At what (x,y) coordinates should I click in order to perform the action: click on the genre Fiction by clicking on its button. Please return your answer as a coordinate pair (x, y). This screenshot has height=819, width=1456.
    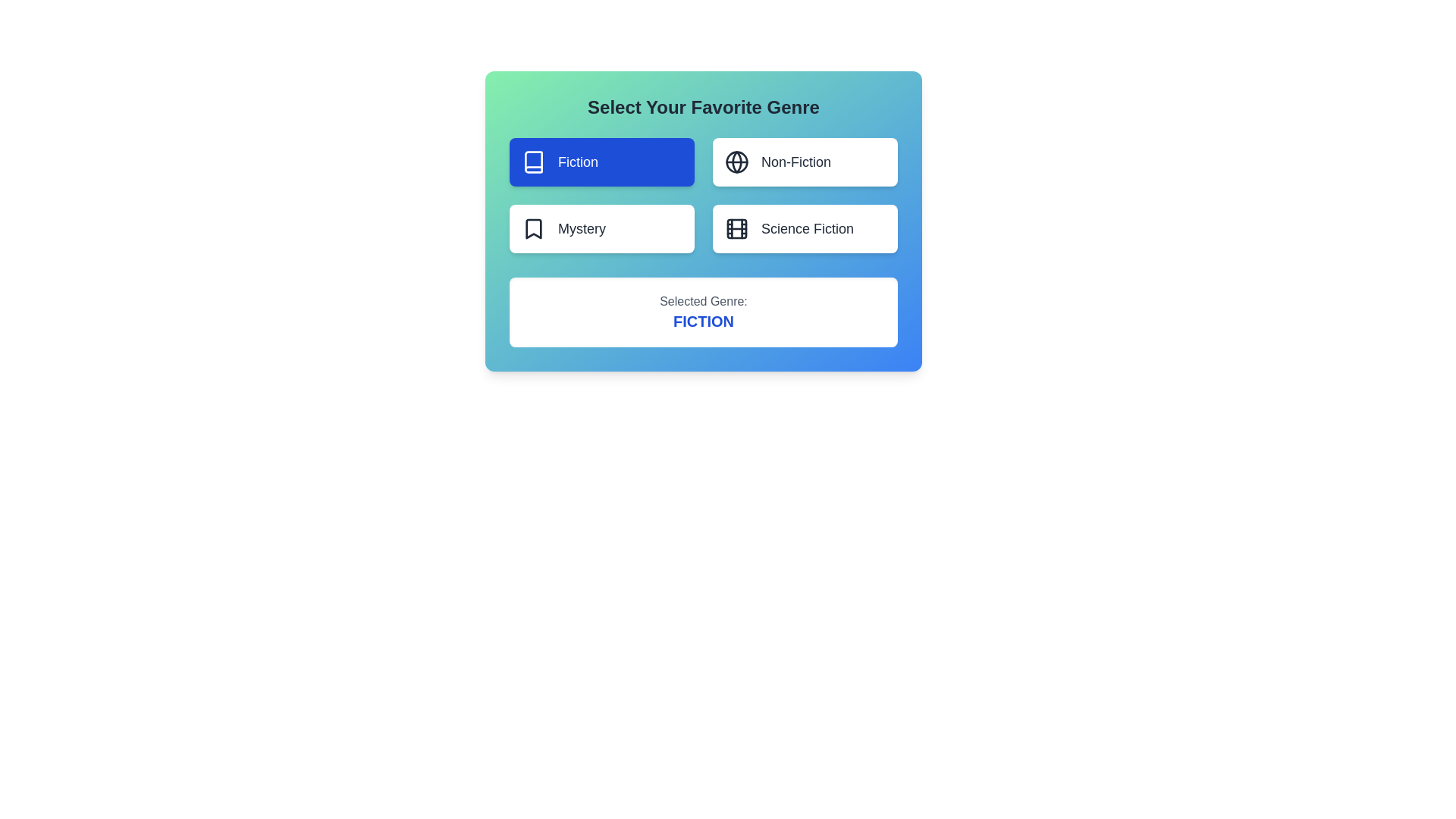
    Looking at the image, I should click on (601, 162).